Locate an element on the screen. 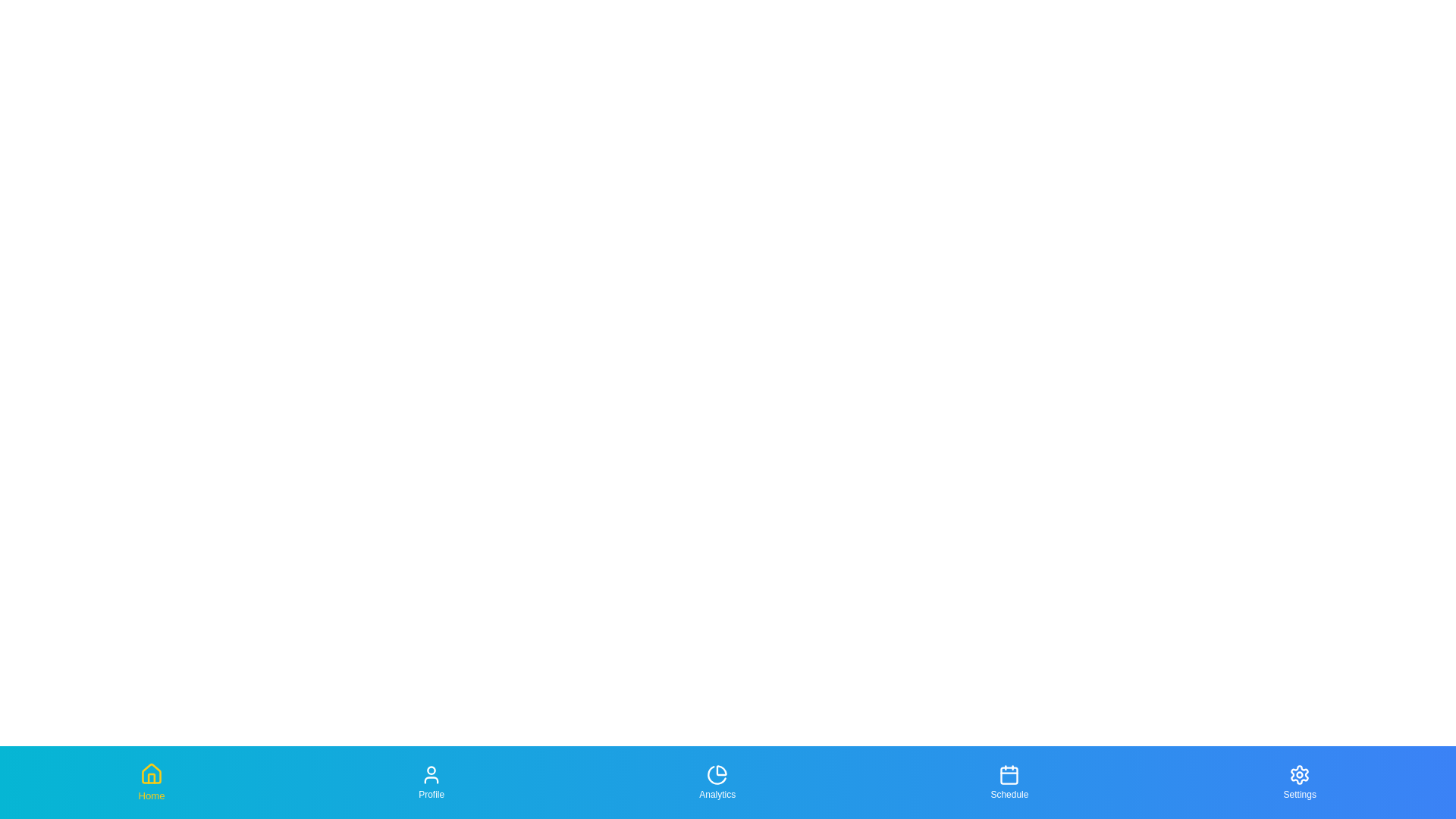  the Schedule tab in the bottom navigation bar is located at coordinates (1009, 783).